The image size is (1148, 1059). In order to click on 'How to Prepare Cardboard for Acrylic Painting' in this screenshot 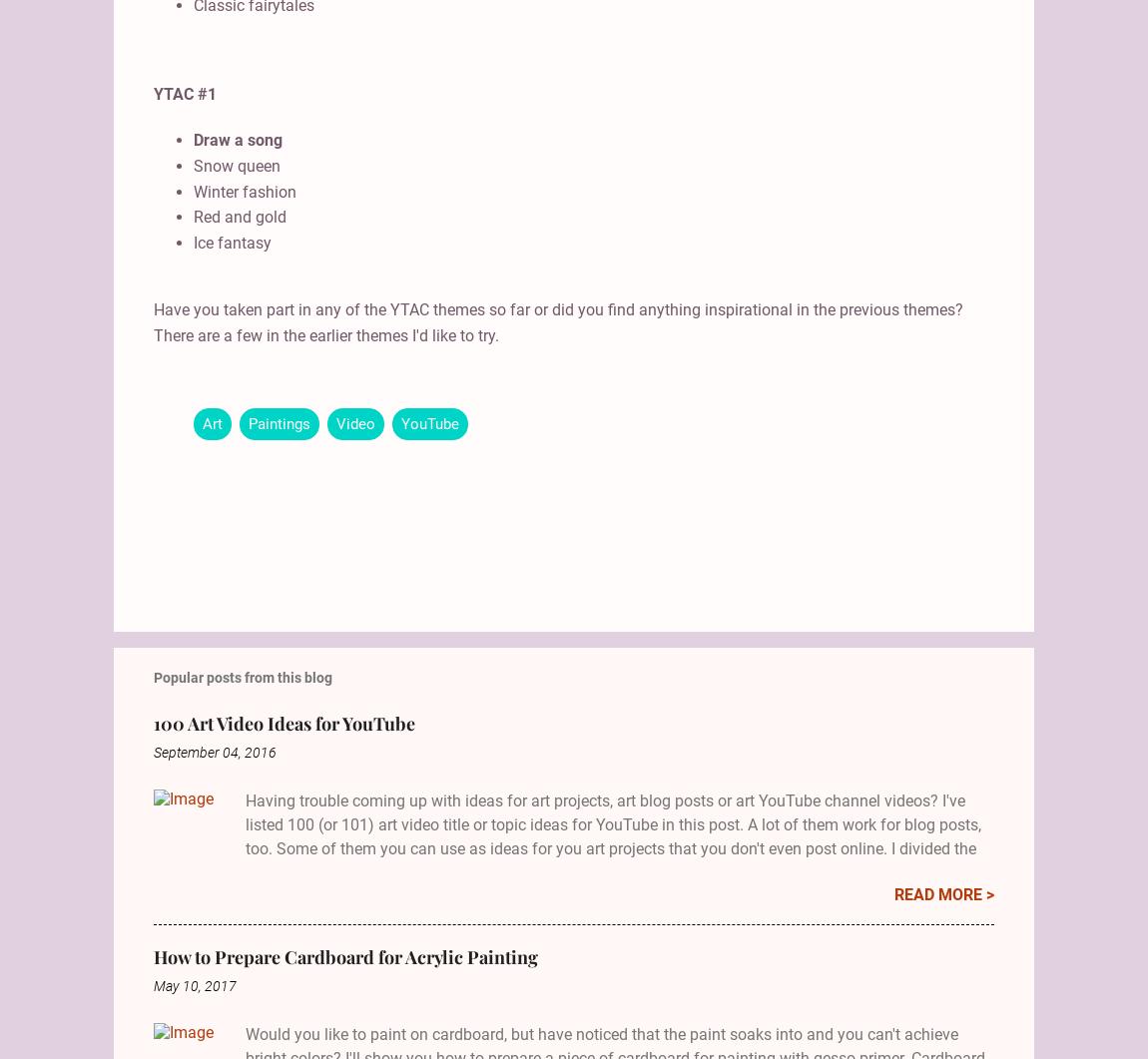, I will do `click(345, 954)`.